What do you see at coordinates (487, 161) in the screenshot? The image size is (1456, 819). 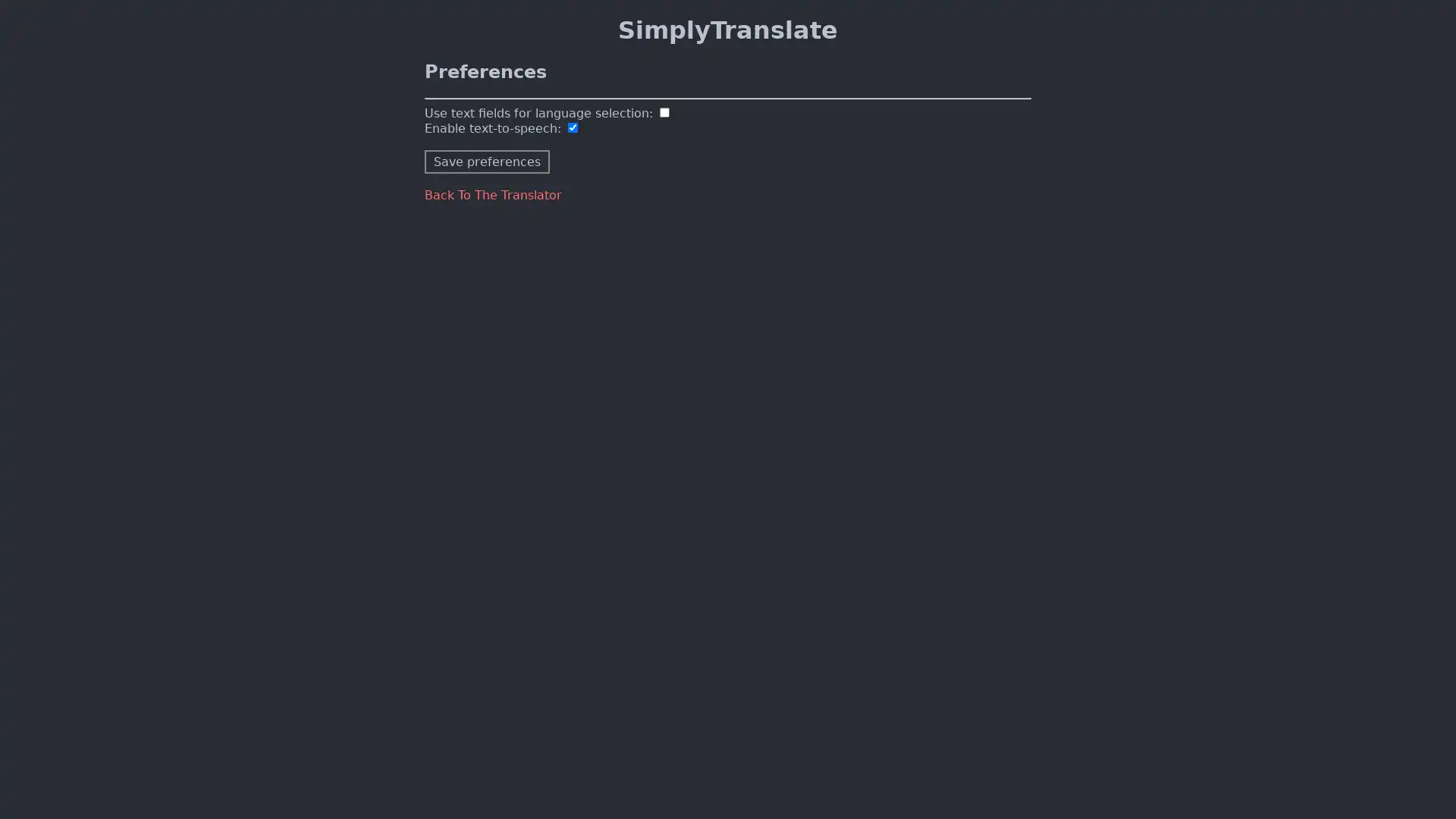 I see `Save preferences` at bounding box center [487, 161].